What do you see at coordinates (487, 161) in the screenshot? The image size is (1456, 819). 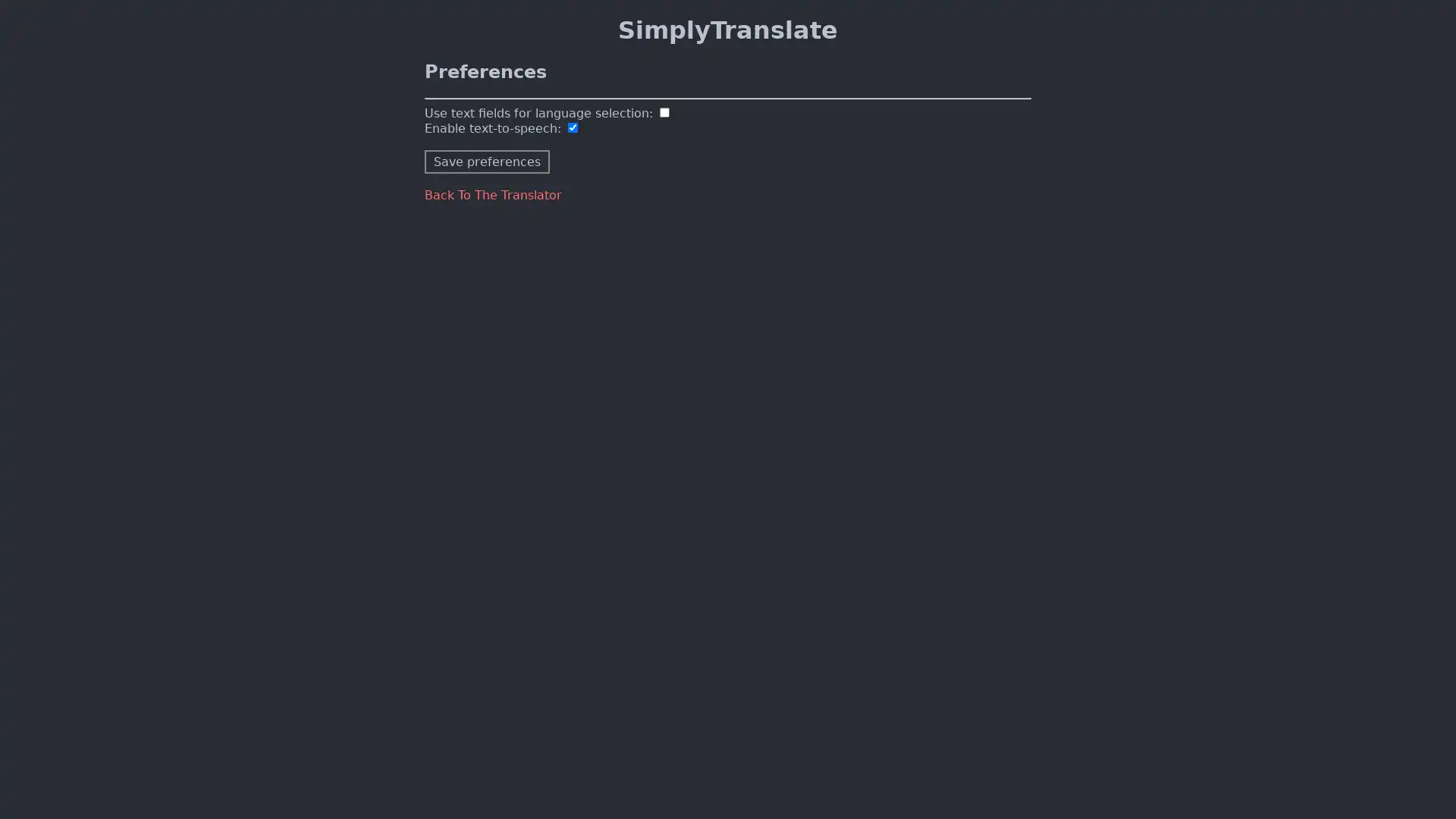 I see `Save preferences` at bounding box center [487, 161].